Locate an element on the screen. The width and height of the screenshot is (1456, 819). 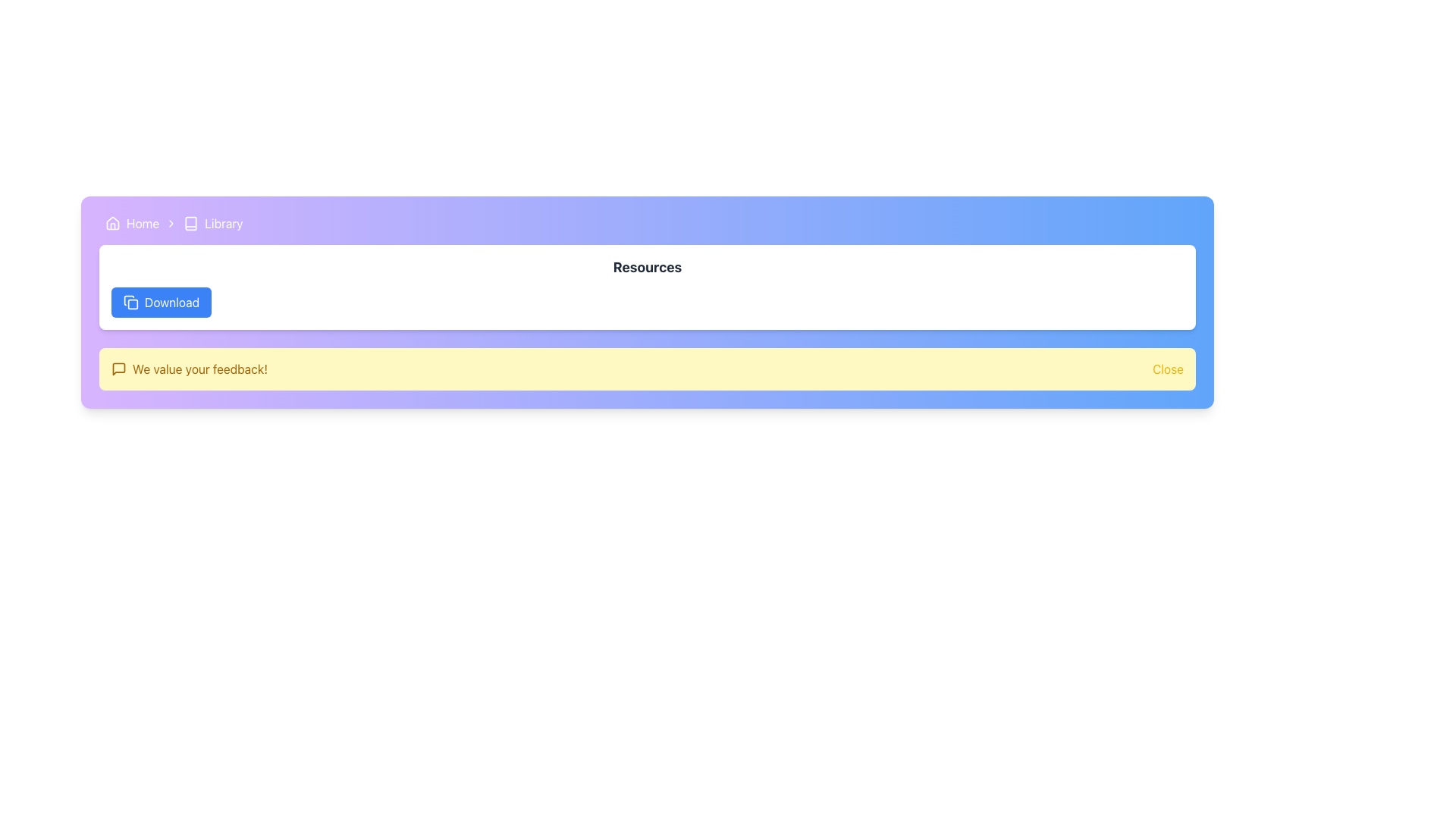
the 'Home' button, which is a horizontally aligned navigation element with a house icon located in the top-left corner of the navigation bar, preceding the 'Library' link is located at coordinates (132, 223).